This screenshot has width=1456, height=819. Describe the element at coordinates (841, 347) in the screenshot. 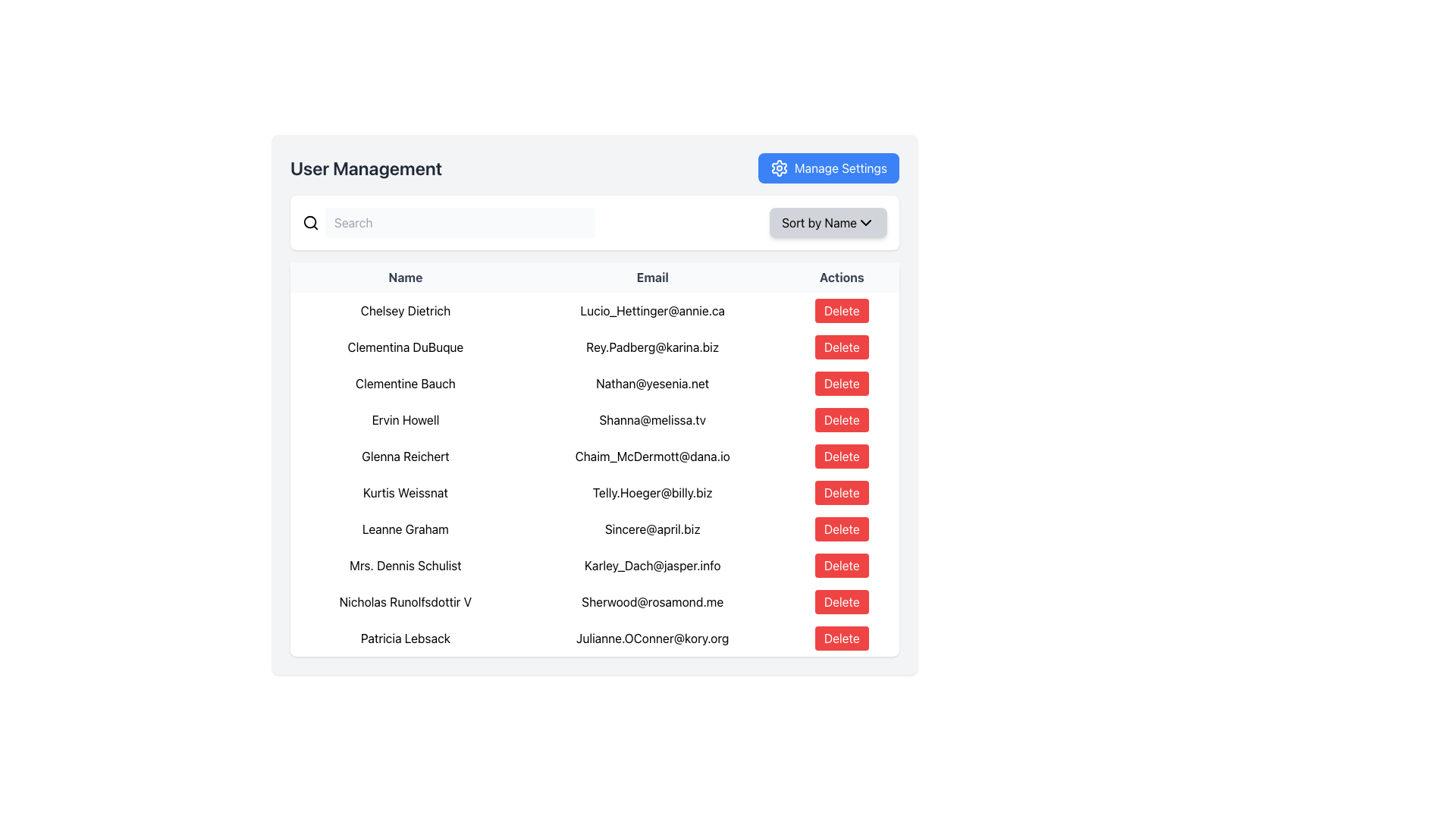

I see `the delete button located in the rightmost column of the table associated with the email 'Rey.Padberg@karina.biz'` at that location.